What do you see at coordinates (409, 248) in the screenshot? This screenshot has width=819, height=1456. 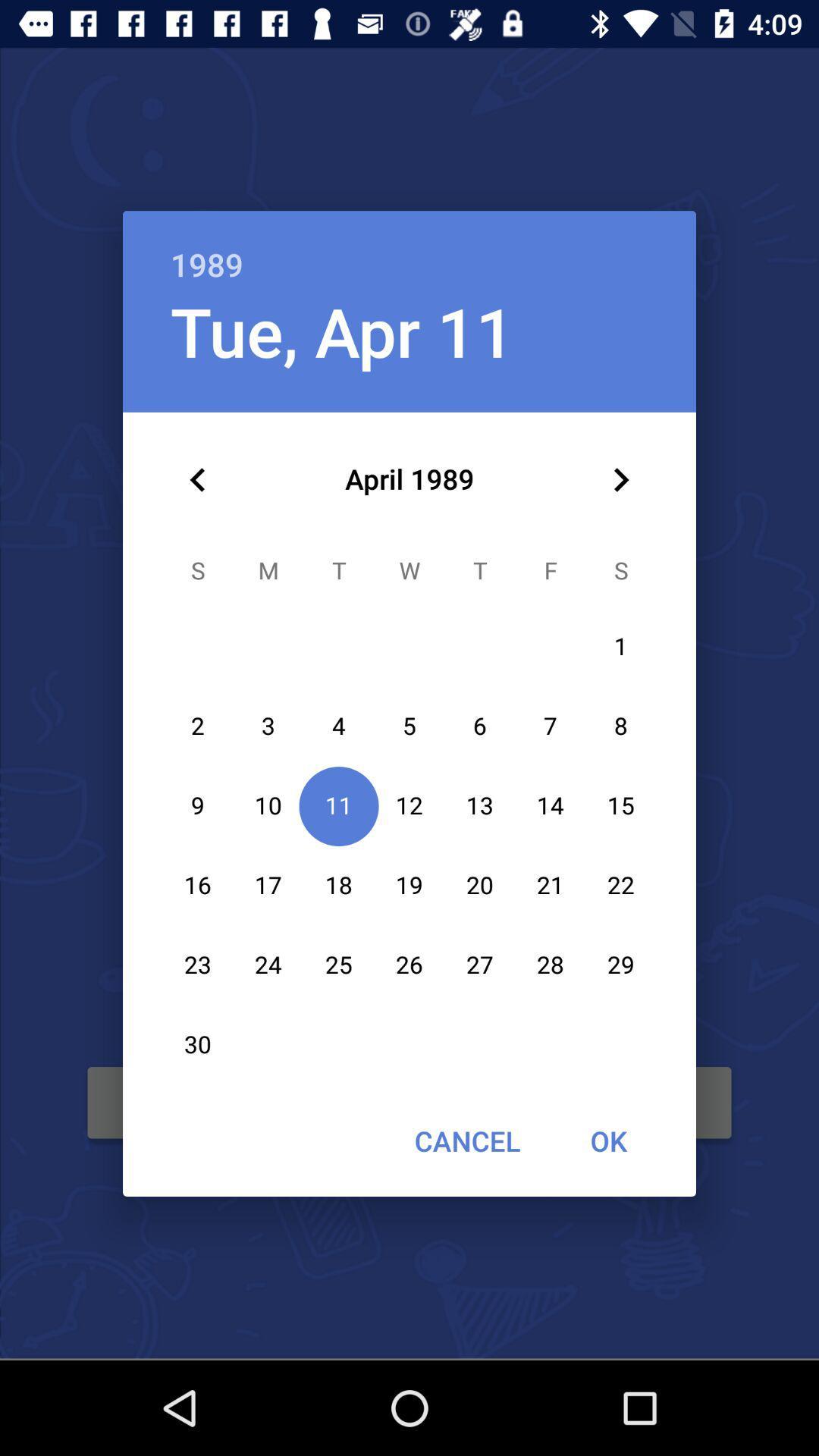 I see `1989` at bounding box center [409, 248].